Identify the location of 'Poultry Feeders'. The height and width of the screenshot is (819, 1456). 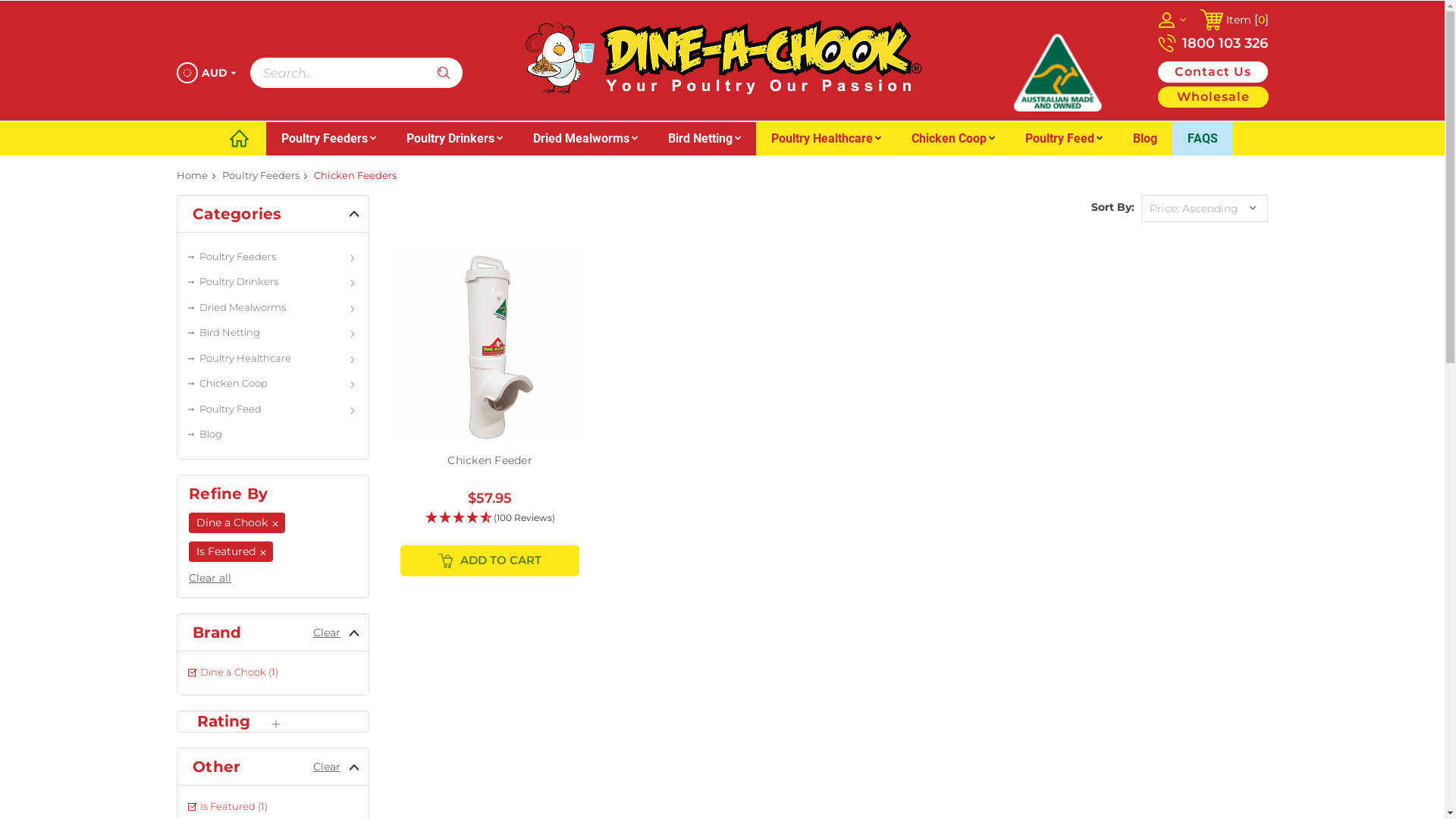
(273, 256).